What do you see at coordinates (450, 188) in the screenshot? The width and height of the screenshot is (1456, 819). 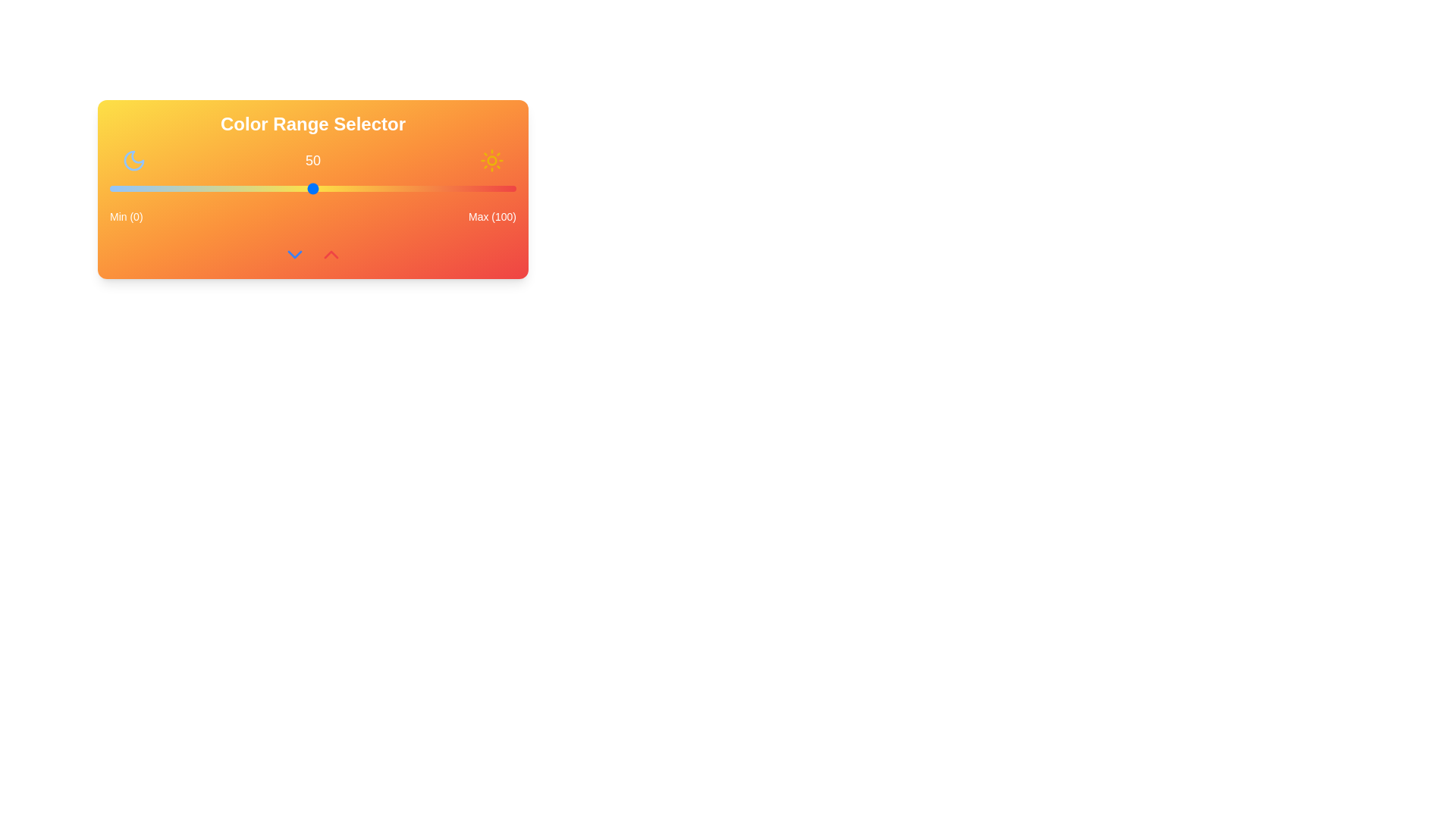 I see `the slider to set the value to 84` at bounding box center [450, 188].